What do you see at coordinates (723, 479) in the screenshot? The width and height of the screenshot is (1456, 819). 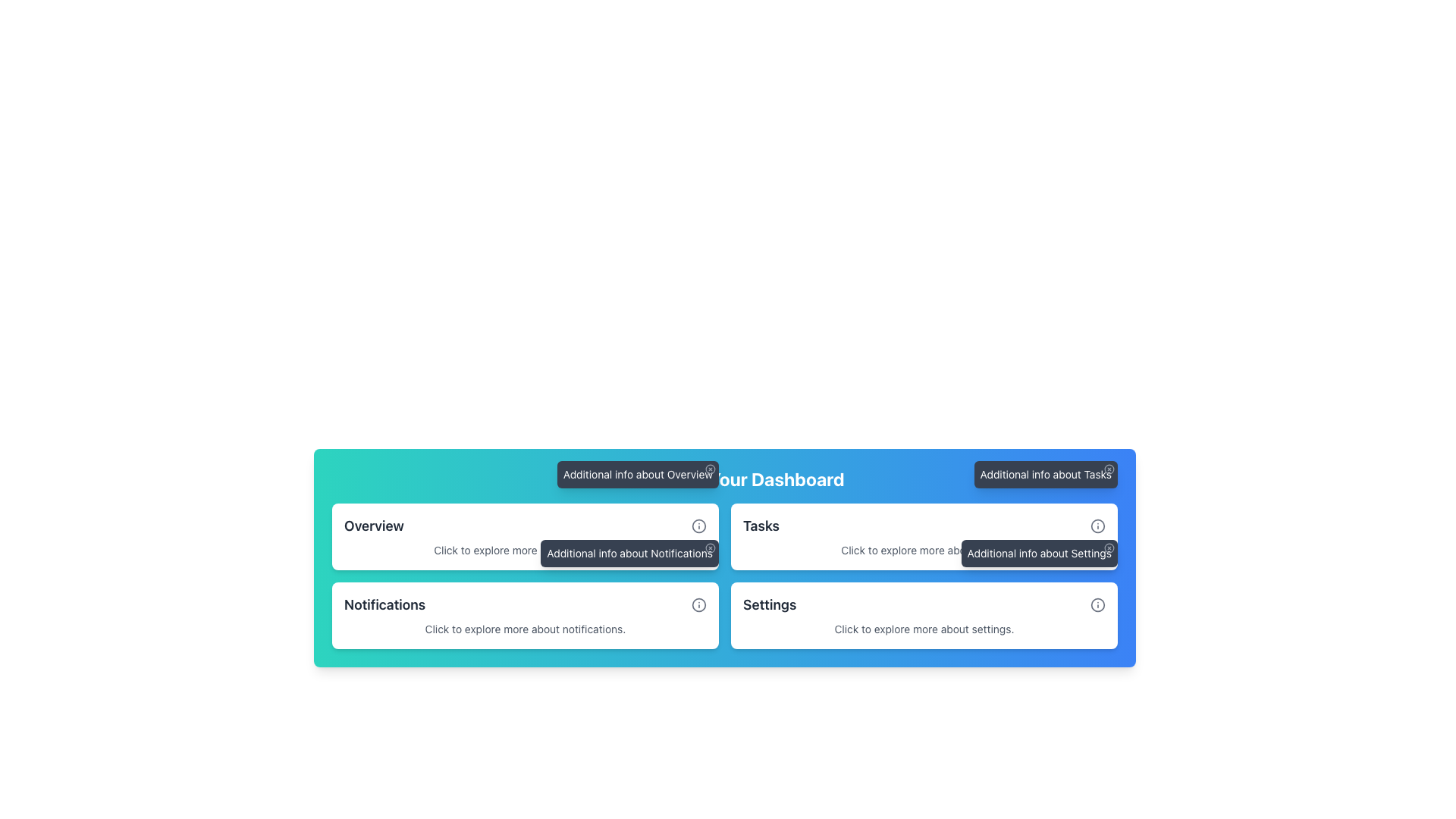 I see `the heading element at the top of the dashboard interface to apply accessibility tools` at bounding box center [723, 479].